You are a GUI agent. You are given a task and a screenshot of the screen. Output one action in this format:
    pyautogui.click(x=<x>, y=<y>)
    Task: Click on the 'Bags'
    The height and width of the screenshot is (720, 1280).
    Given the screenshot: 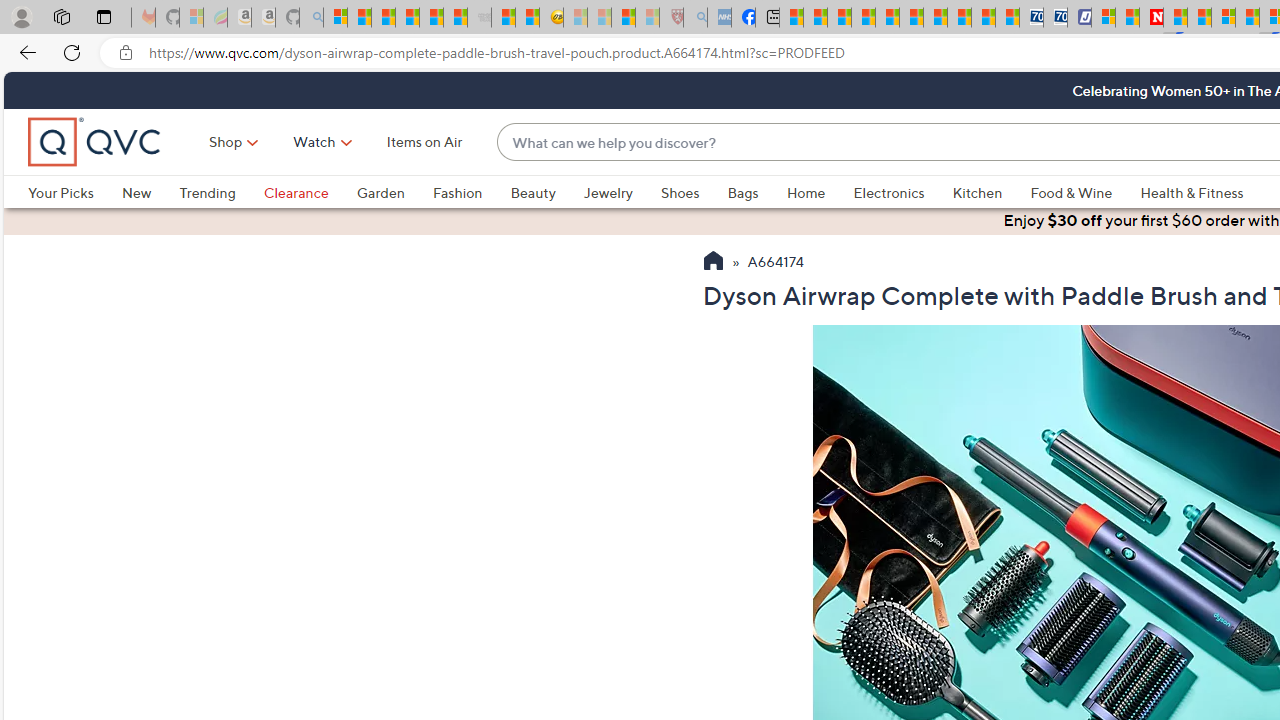 What is the action you would take?
    pyautogui.click(x=742, y=192)
    